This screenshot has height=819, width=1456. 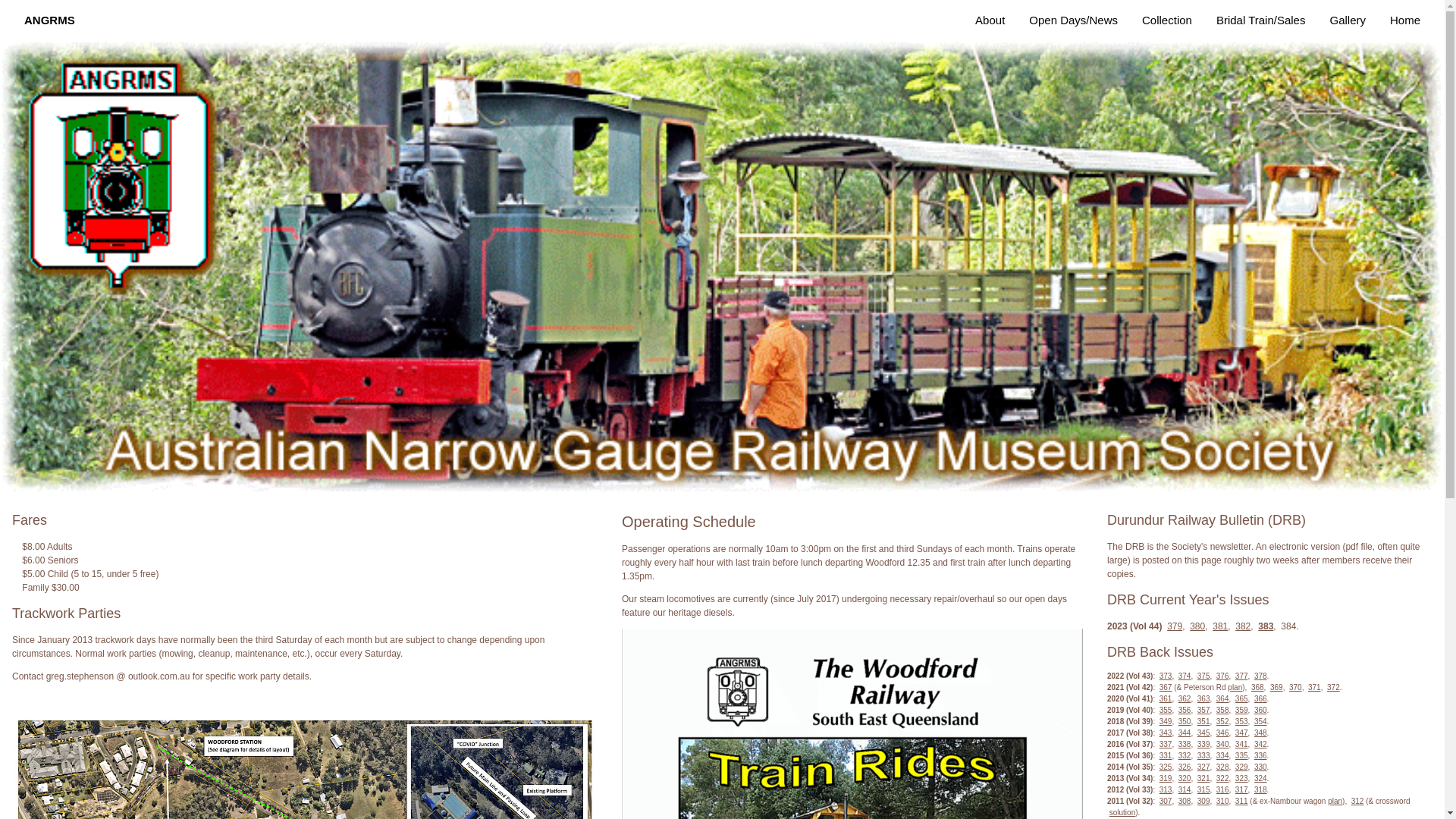 What do you see at coordinates (1189, 626) in the screenshot?
I see `'380'` at bounding box center [1189, 626].